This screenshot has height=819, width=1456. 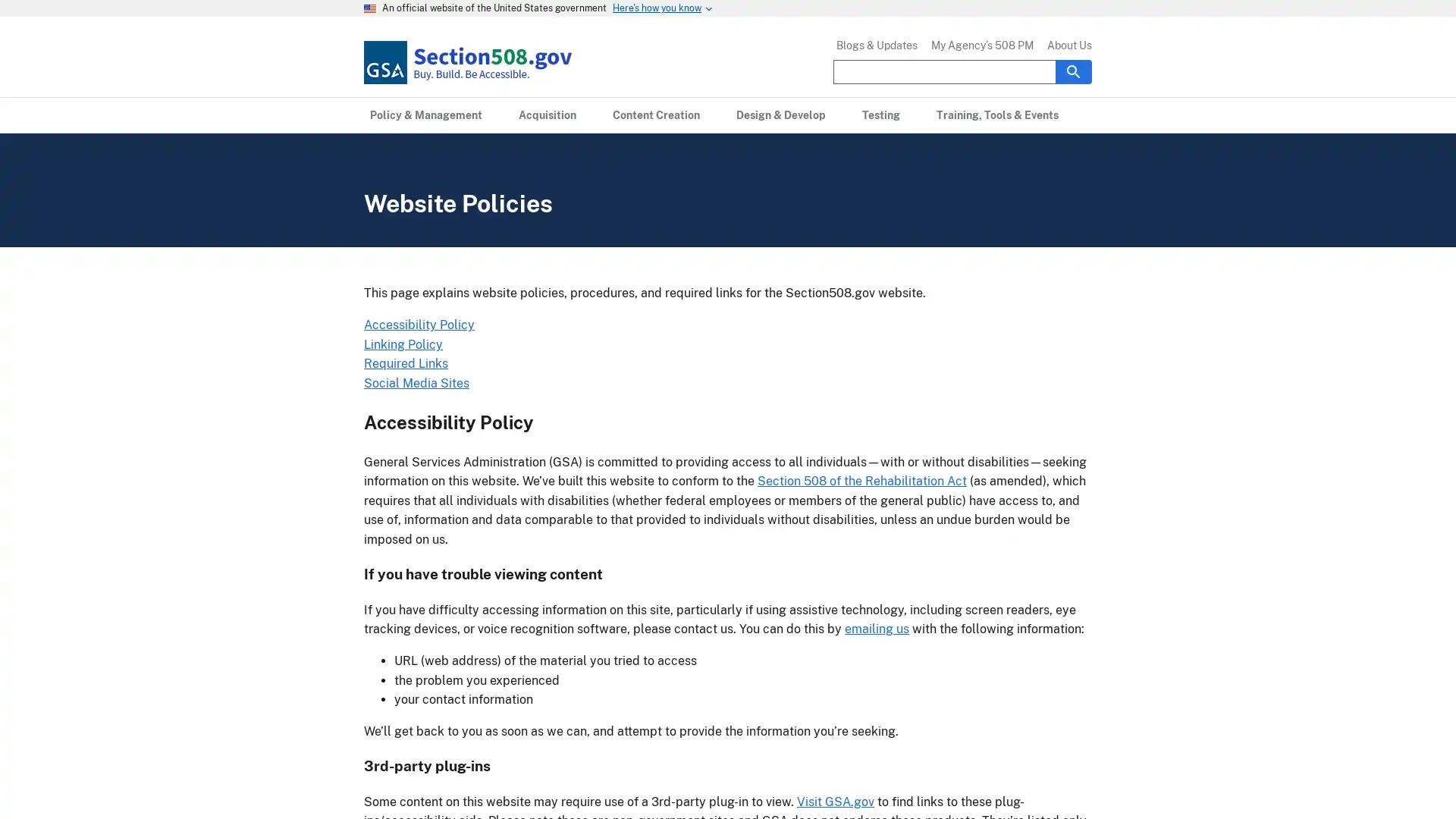 What do you see at coordinates (657, 8) in the screenshot?
I see `Here's how you know` at bounding box center [657, 8].